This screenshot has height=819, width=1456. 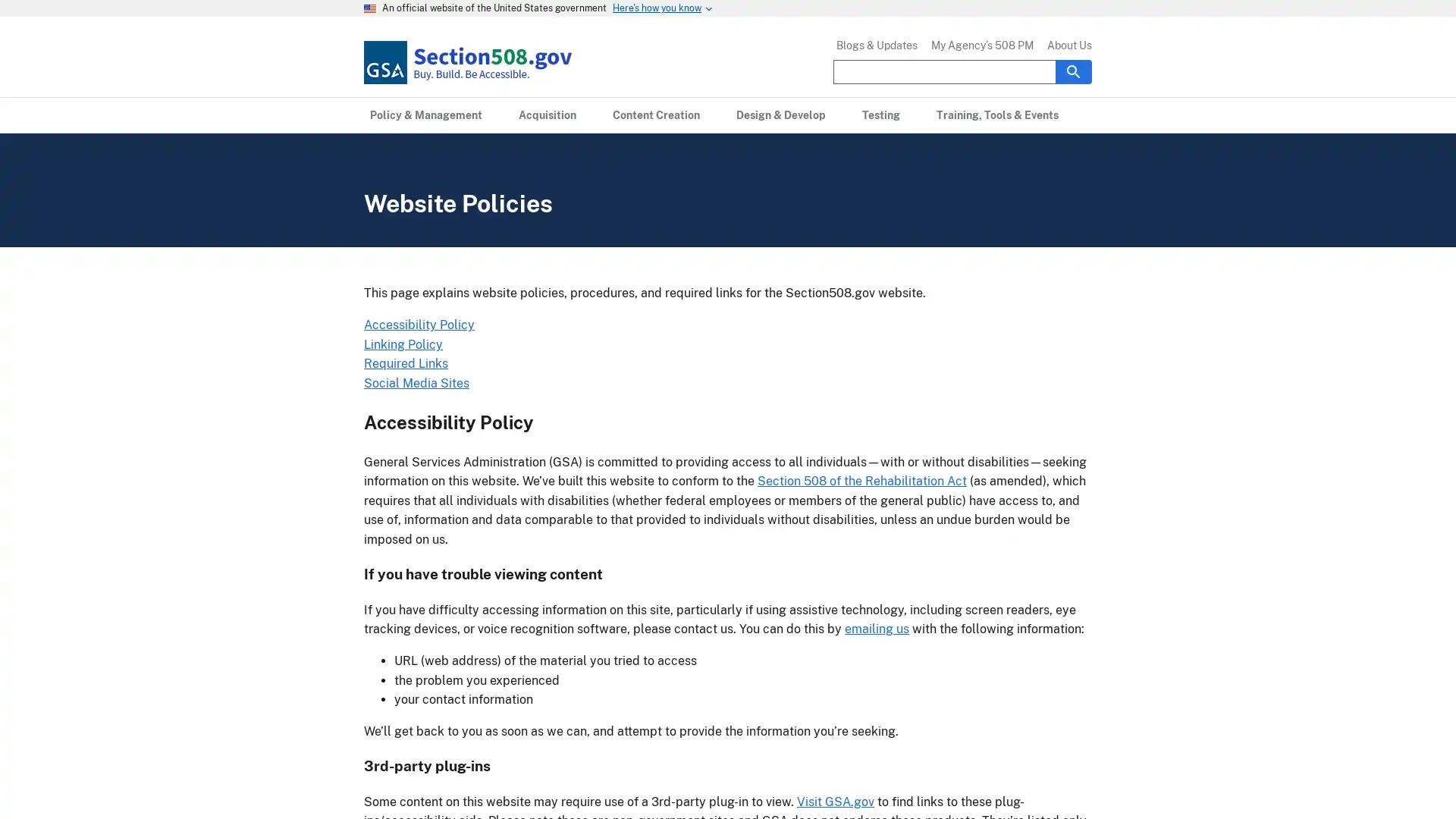 What do you see at coordinates (657, 8) in the screenshot?
I see `Here's how you know` at bounding box center [657, 8].